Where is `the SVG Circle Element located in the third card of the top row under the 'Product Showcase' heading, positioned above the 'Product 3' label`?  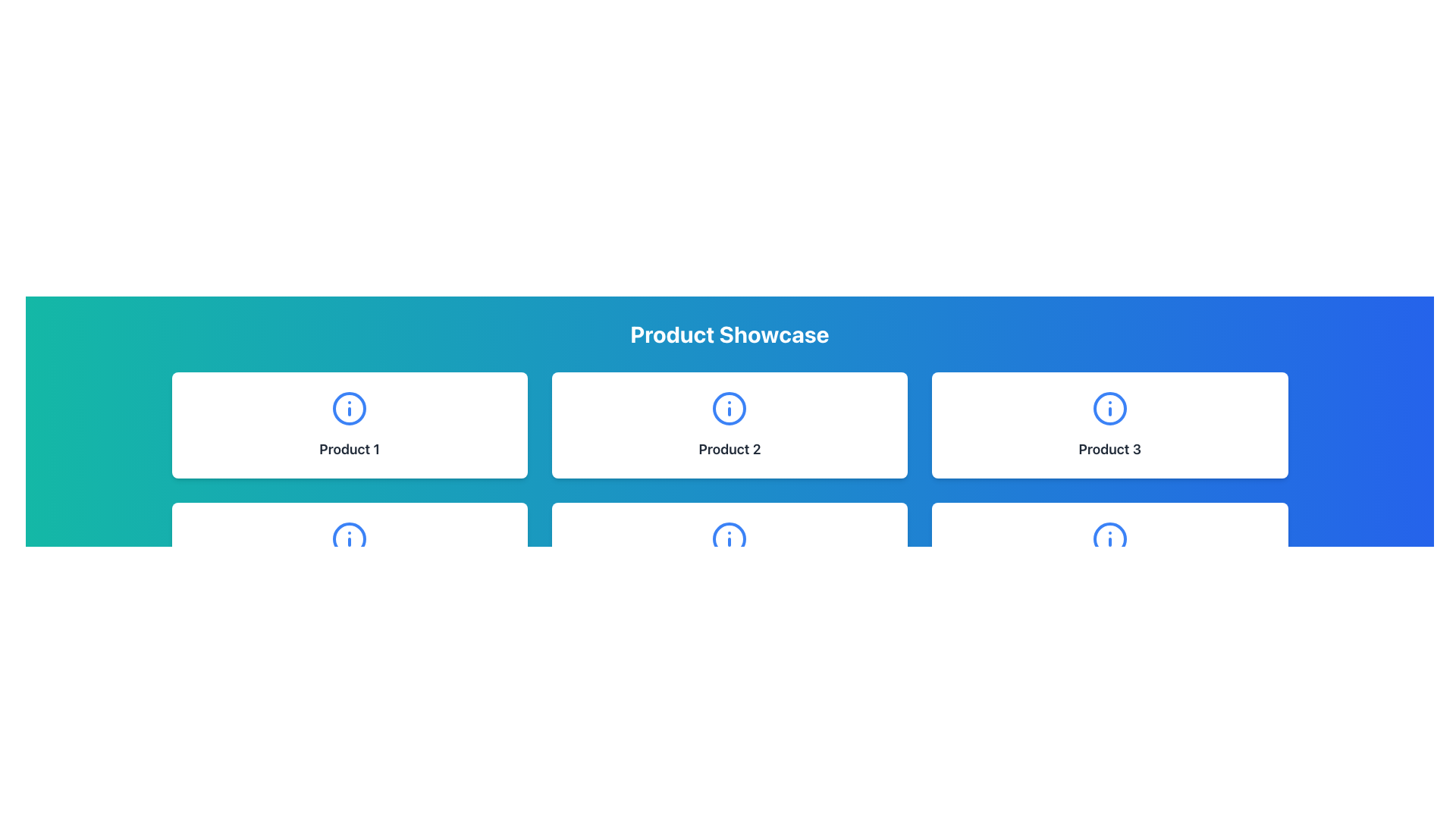
the SVG Circle Element located in the third card of the top row under the 'Product Showcase' heading, positioned above the 'Product 3' label is located at coordinates (1109, 408).